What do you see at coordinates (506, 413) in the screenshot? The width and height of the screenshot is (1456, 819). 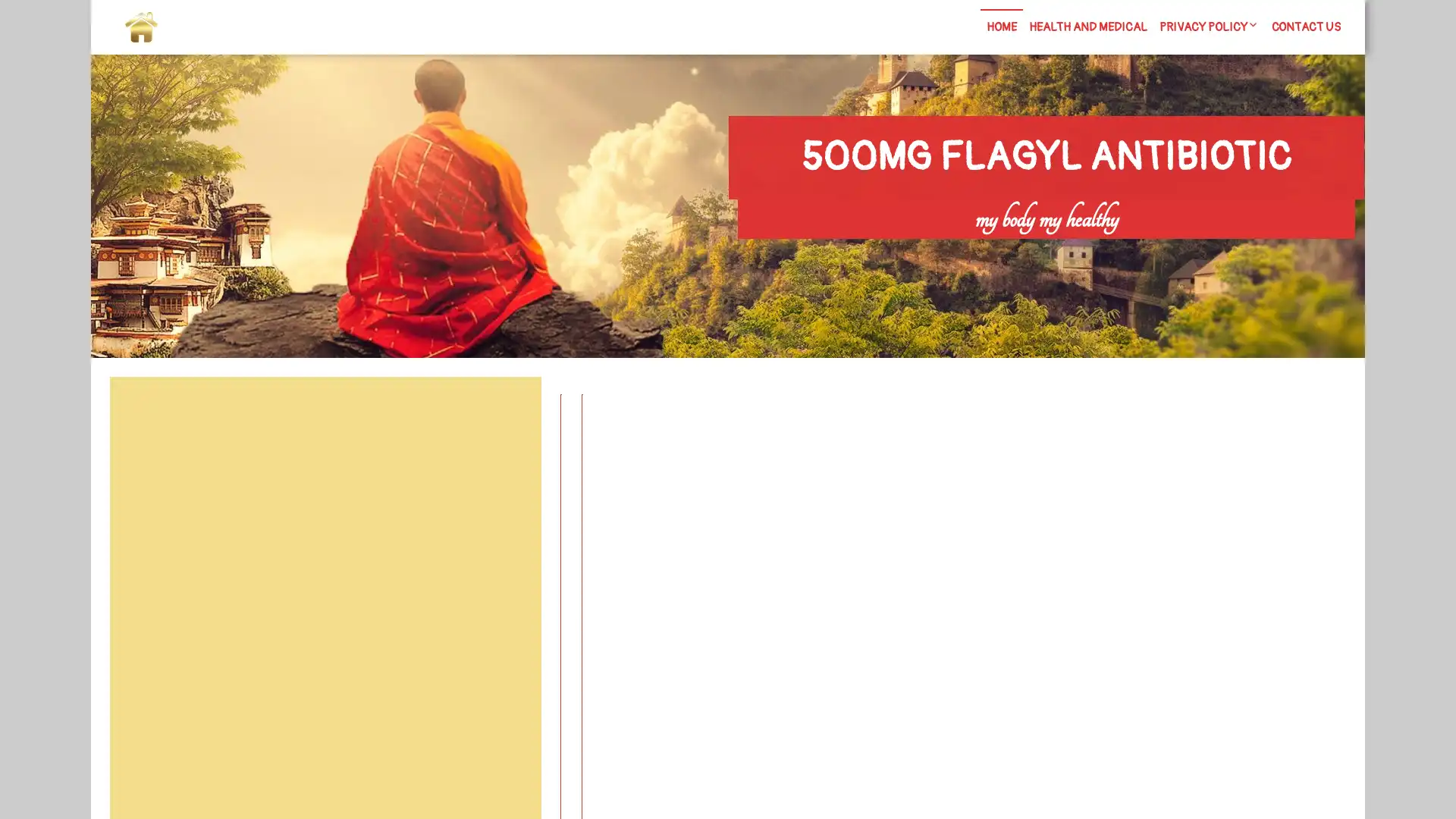 I see `Search` at bounding box center [506, 413].